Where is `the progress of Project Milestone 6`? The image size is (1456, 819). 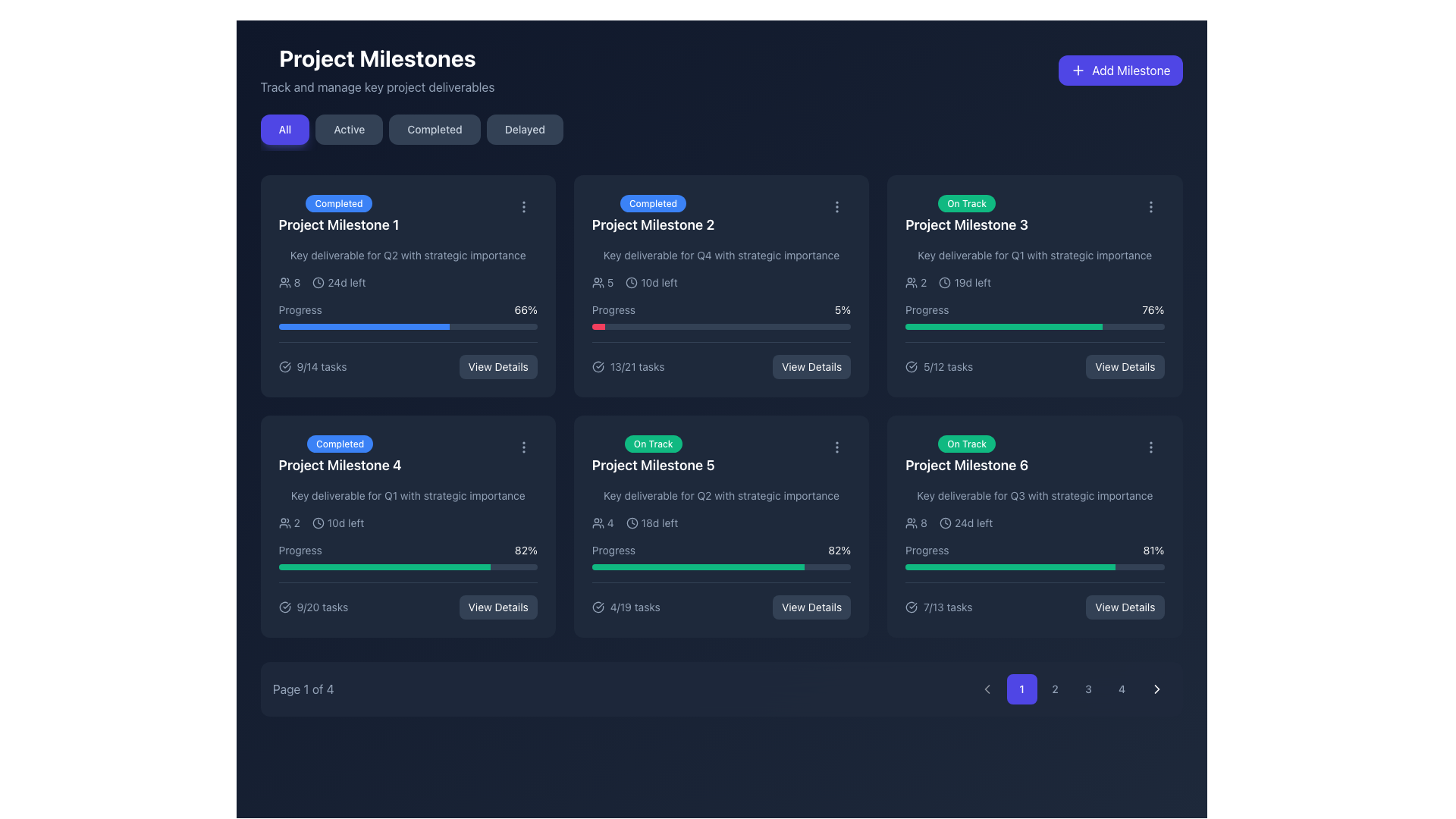 the progress of Project Milestone 6 is located at coordinates (1006, 567).